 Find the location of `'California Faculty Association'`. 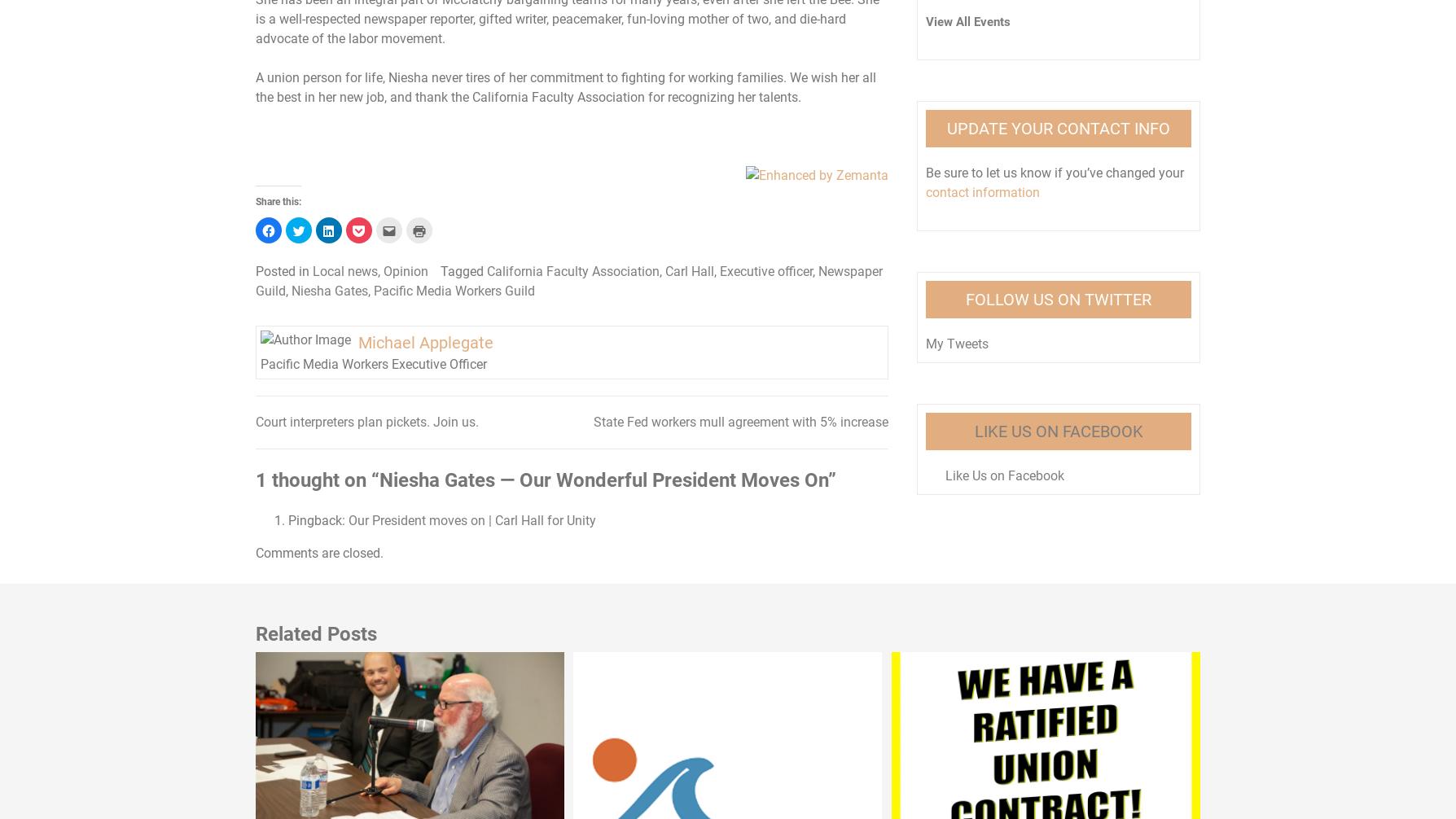

'California Faculty Association' is located at coordinates (487, 270).